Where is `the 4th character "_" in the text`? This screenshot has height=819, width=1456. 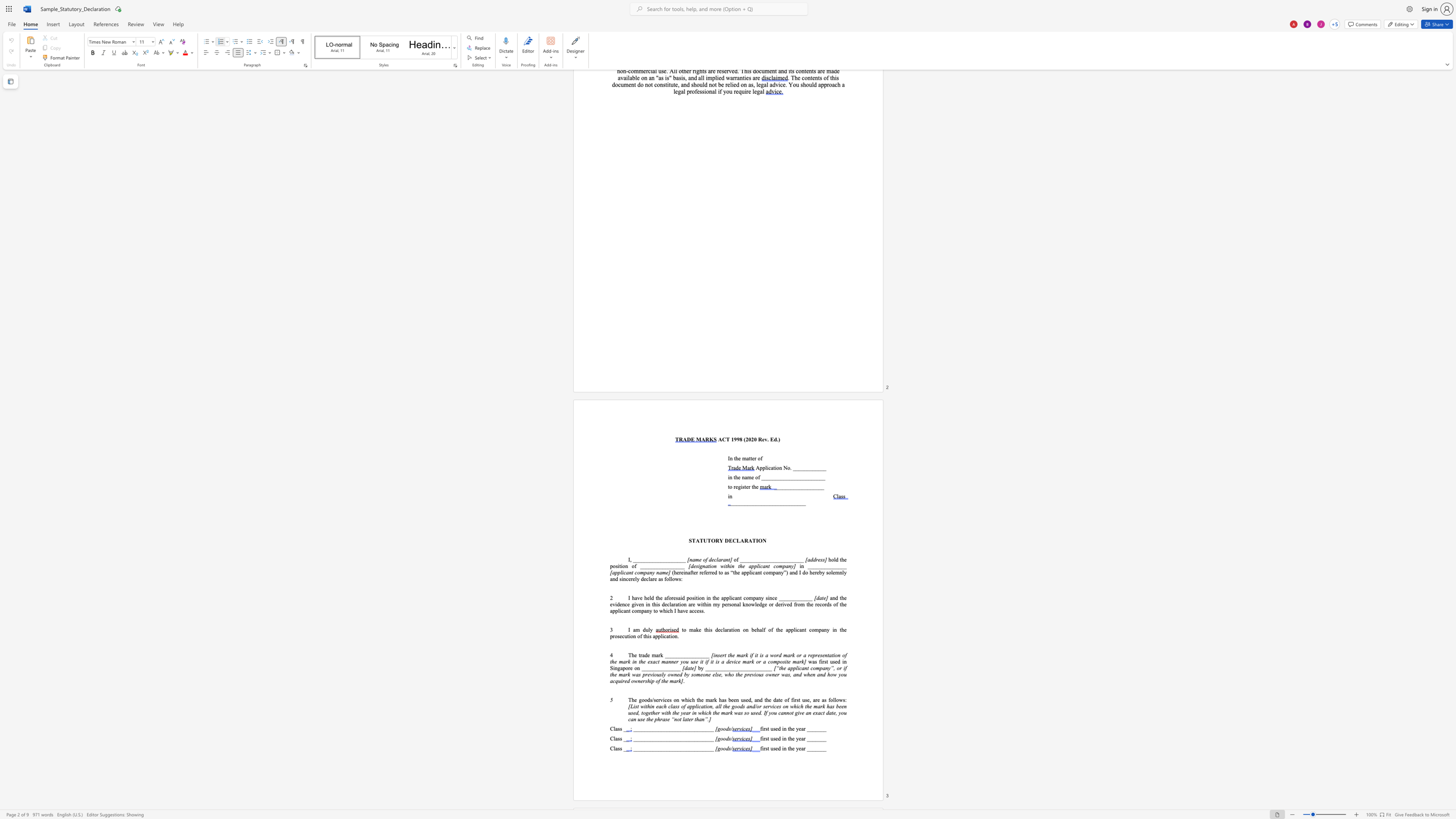
the 4th character "_" in the text is located at coordinates (816, 728).